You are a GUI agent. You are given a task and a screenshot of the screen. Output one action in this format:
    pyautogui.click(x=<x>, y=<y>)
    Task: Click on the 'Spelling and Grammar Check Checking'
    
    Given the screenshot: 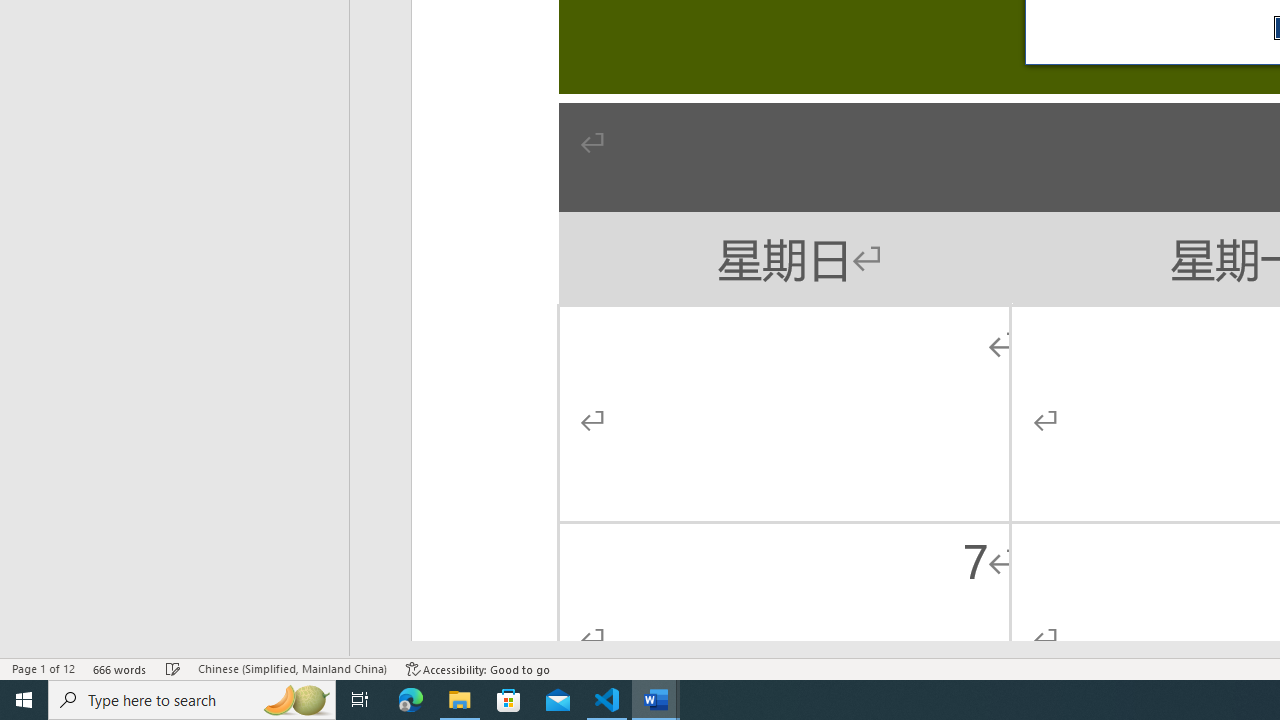 What is the action you would take?
    pyautogui.click(x=173, y=669)
    